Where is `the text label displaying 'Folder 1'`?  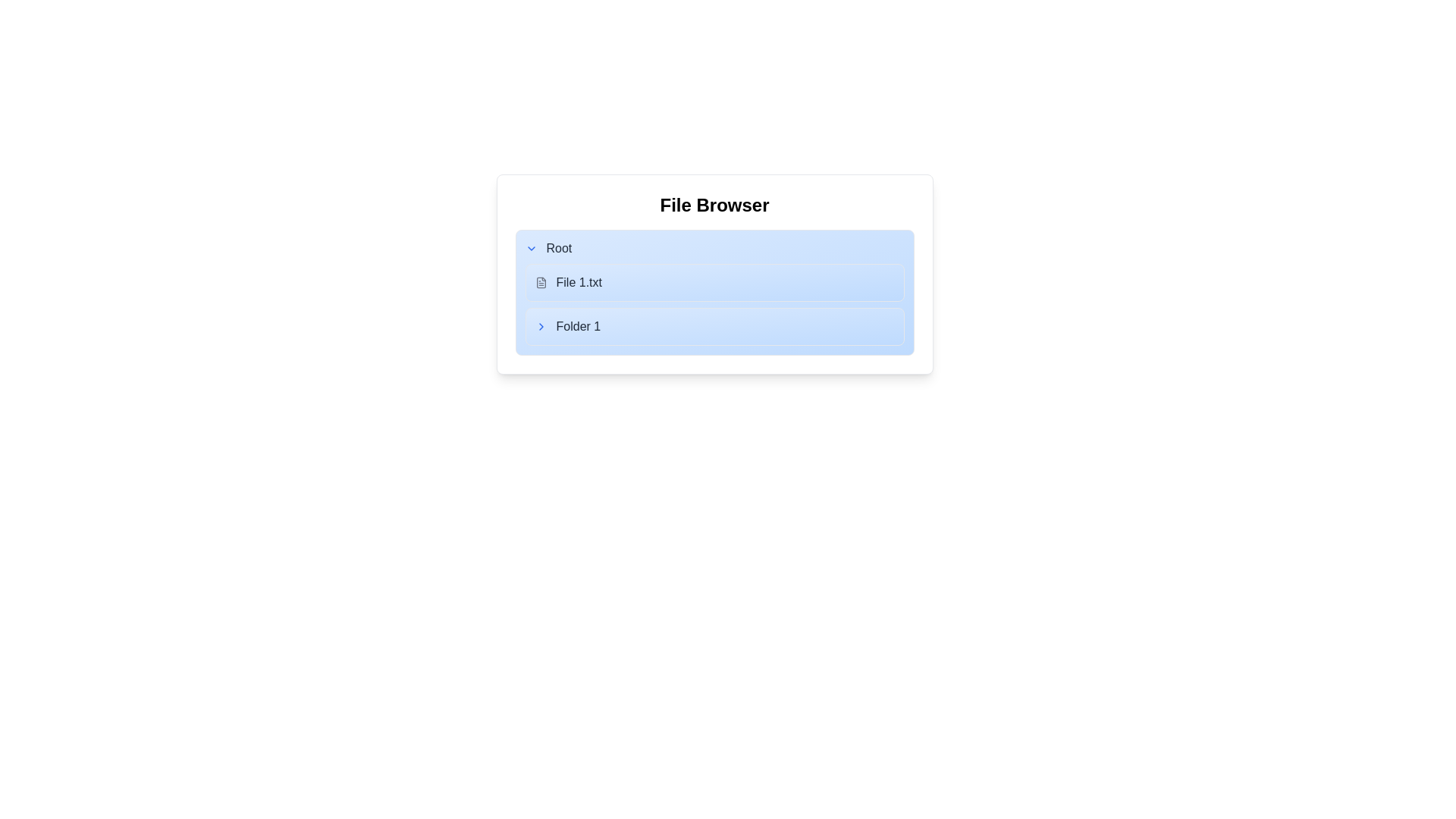
the text label displaying 'Folder 1' is located at coordinates (566, 326).